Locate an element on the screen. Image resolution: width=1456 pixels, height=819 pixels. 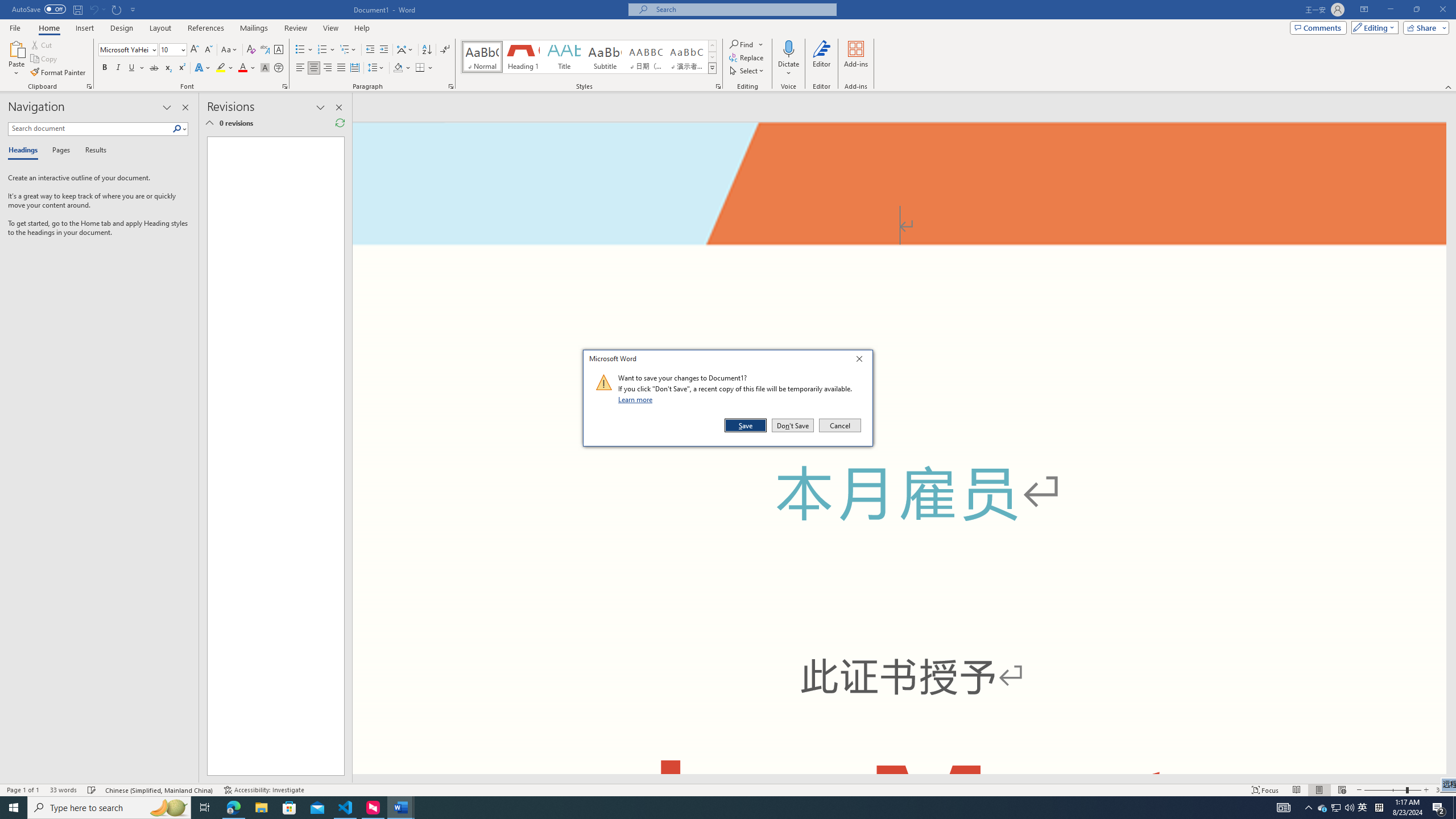
'Copy' is located at coordinates (44, 59).